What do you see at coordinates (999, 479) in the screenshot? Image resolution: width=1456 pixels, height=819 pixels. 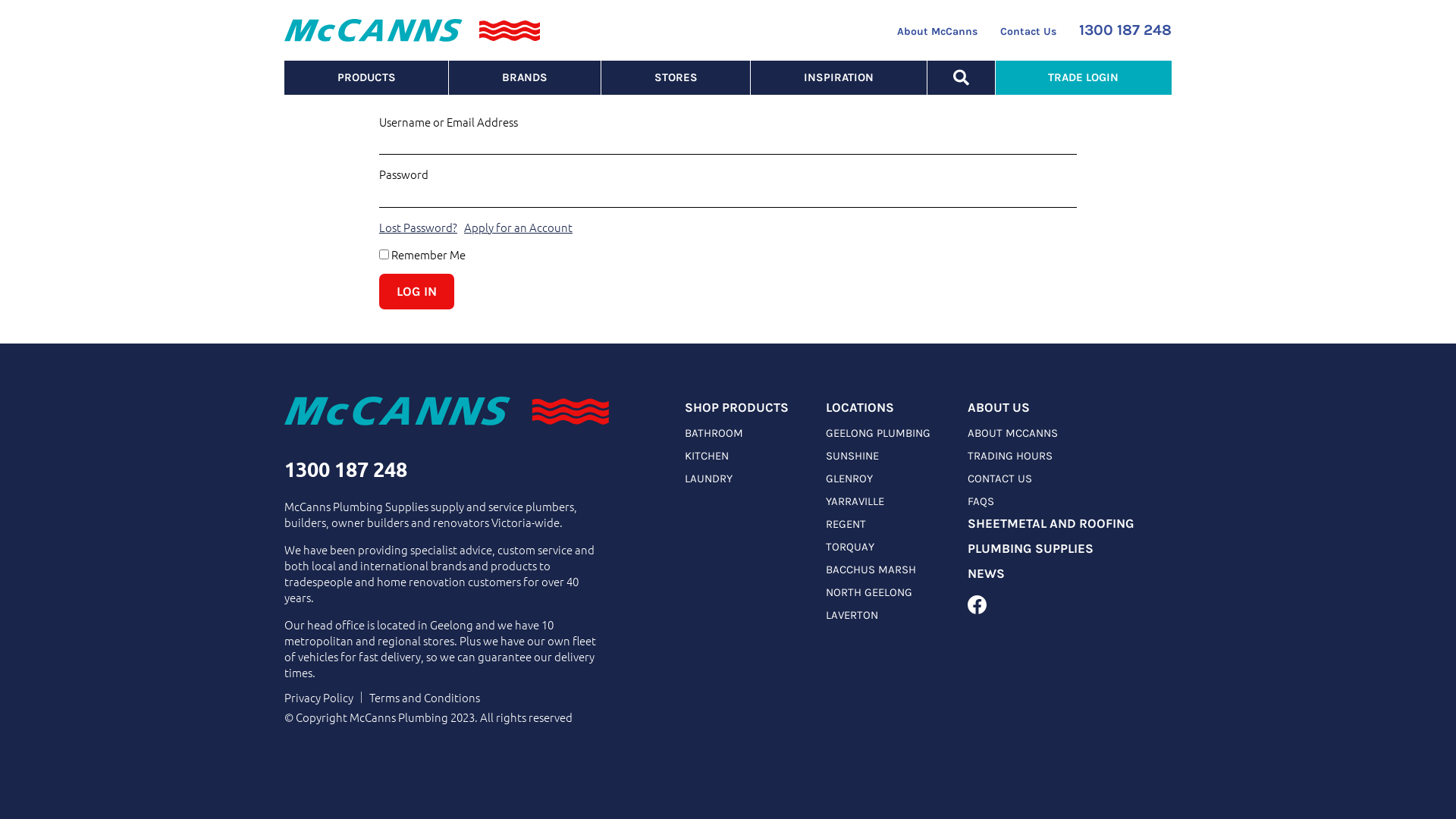 I see `'CONTACT US'` at bounding box center [999, 479].